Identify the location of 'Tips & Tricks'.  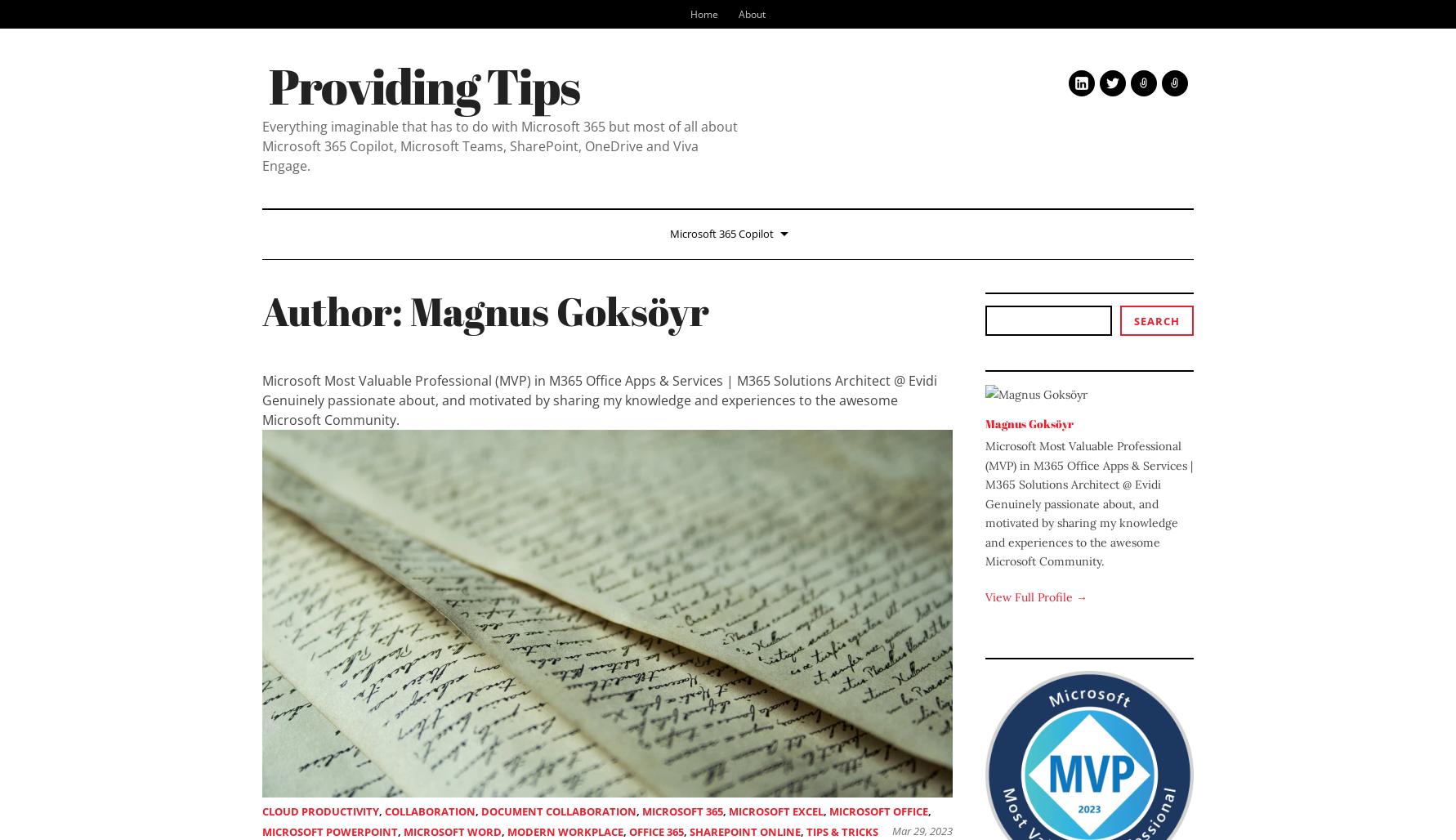
(806, 831).